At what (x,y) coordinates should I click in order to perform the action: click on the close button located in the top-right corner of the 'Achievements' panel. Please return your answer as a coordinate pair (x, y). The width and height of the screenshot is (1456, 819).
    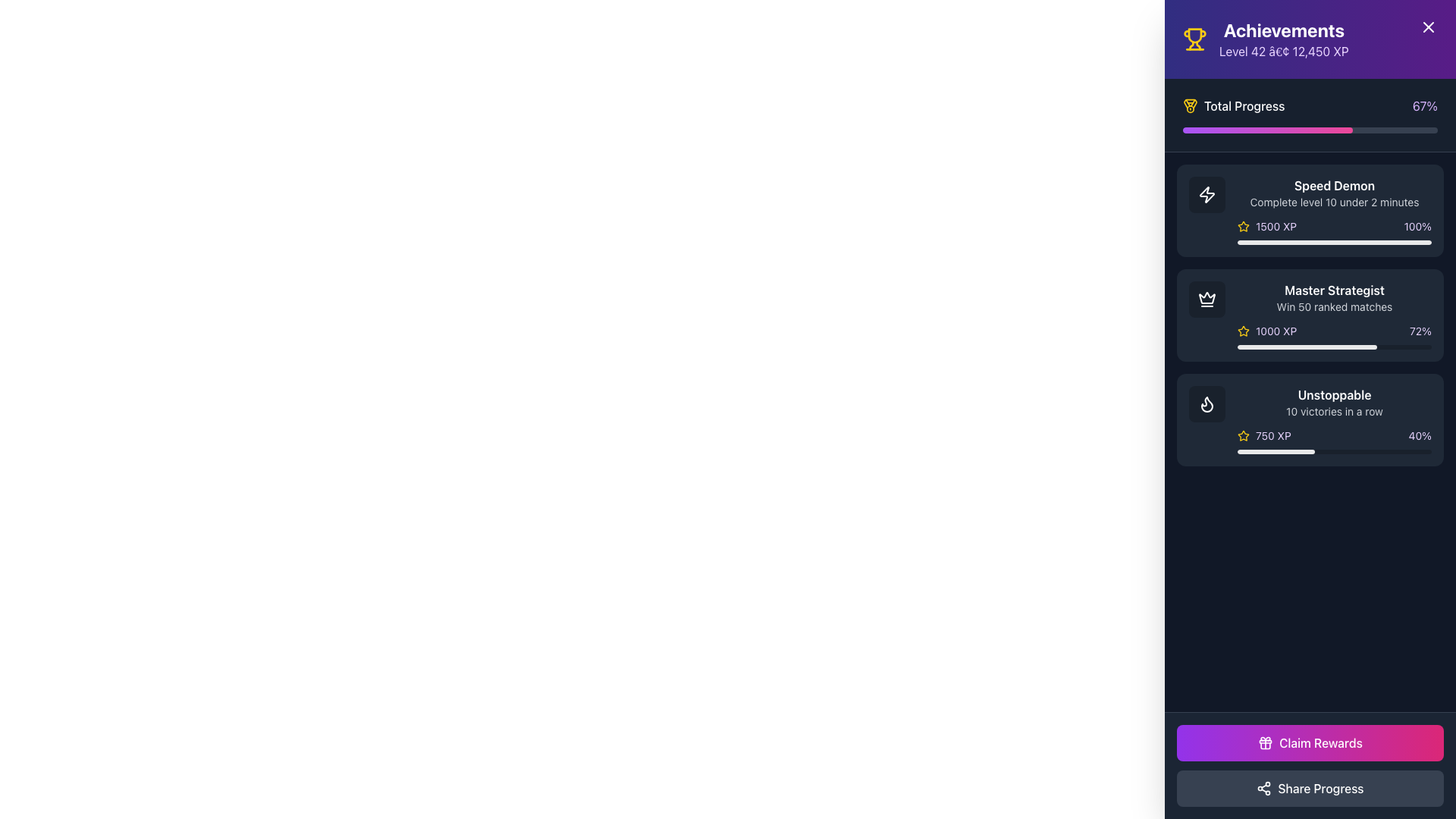
    Looking at the image, I should click on (1427, 27).